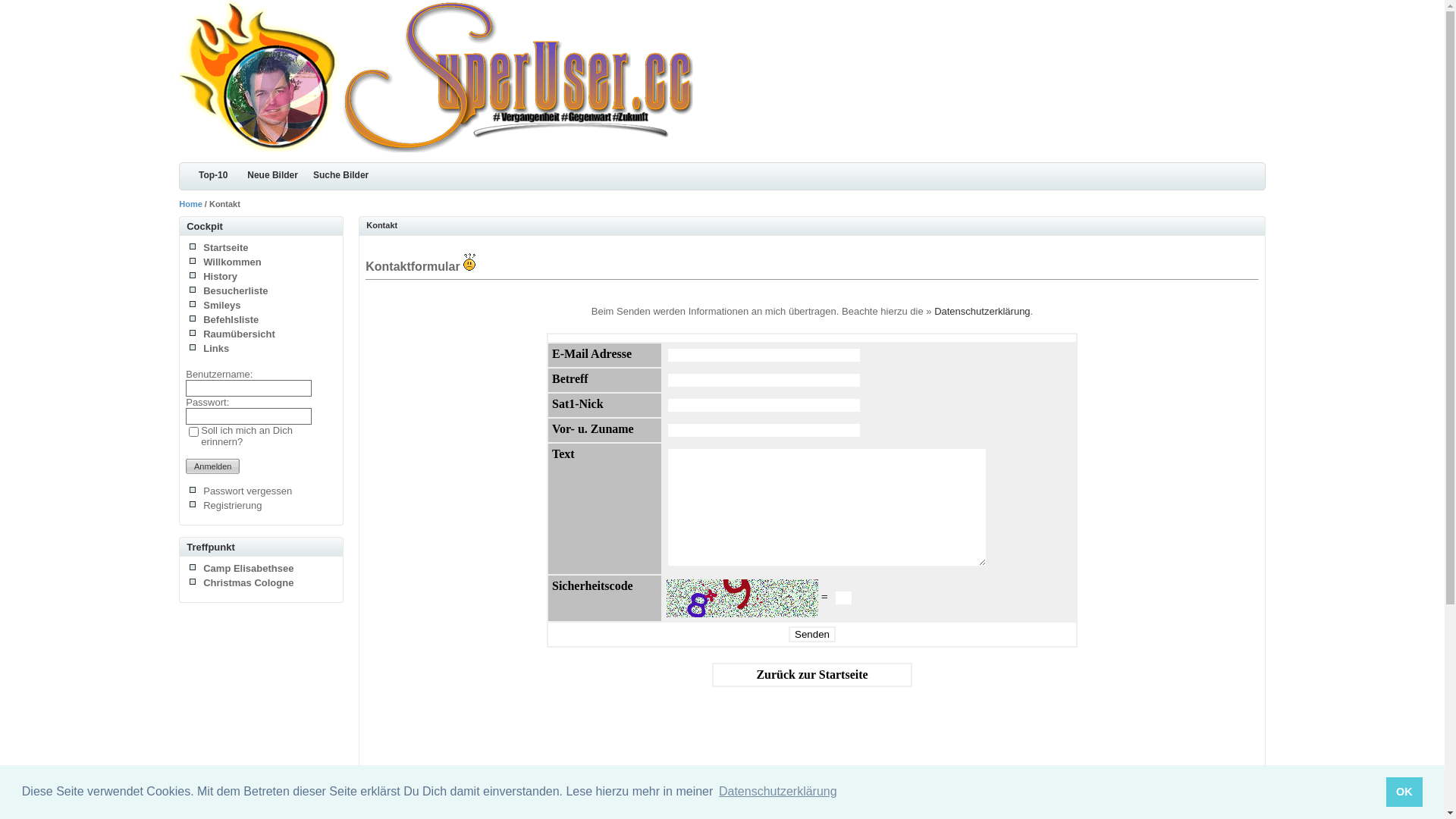 The image size is (1456, 819). Describe the element at coordinates (215, 348) in the screenshot. I see `'Links'` at that location.